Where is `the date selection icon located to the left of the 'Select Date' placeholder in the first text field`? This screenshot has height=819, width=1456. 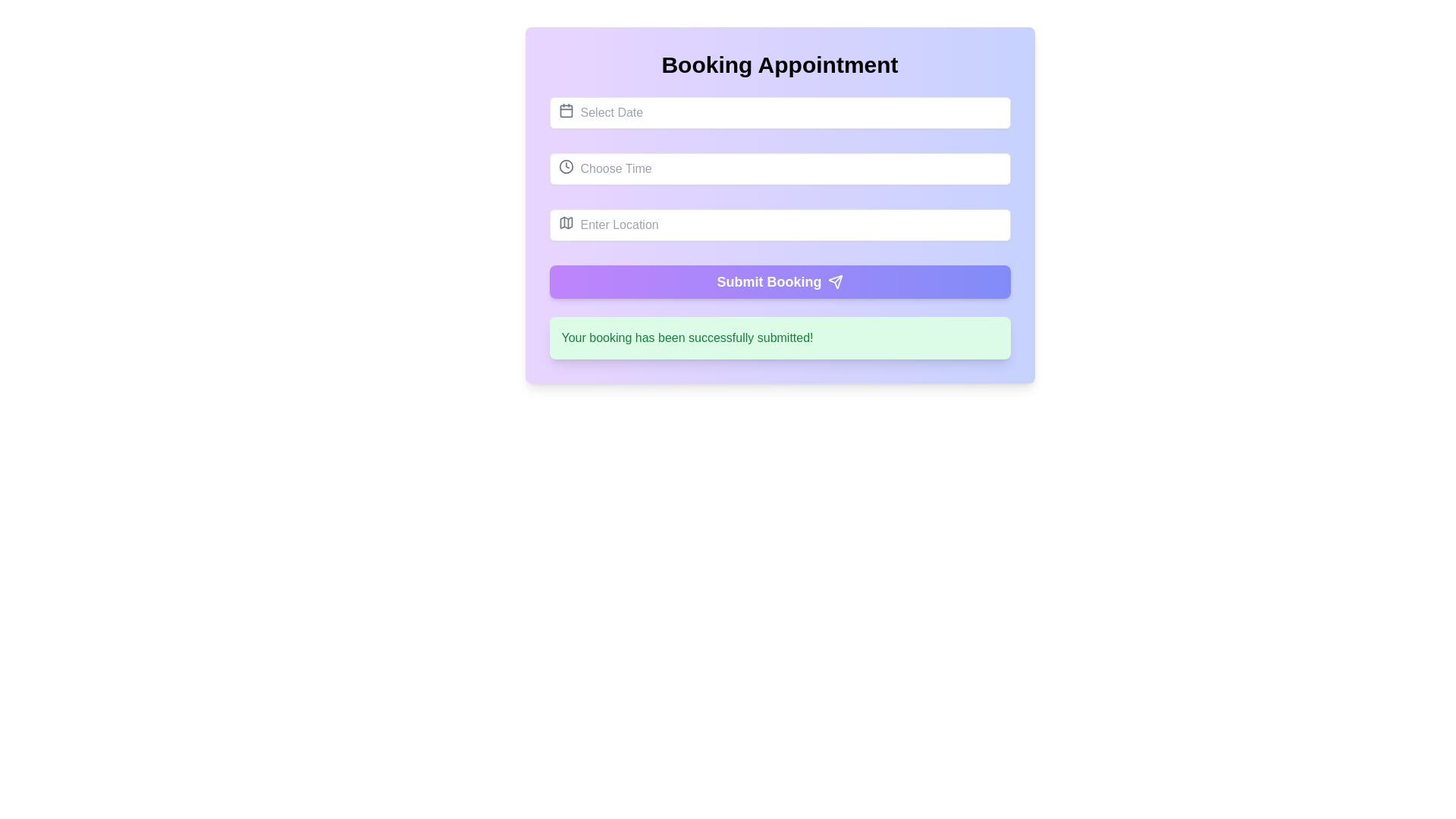 the date selection icon located to the left of the 'Select Date' placeholder in the first text field is located at coordinates (565, 110).